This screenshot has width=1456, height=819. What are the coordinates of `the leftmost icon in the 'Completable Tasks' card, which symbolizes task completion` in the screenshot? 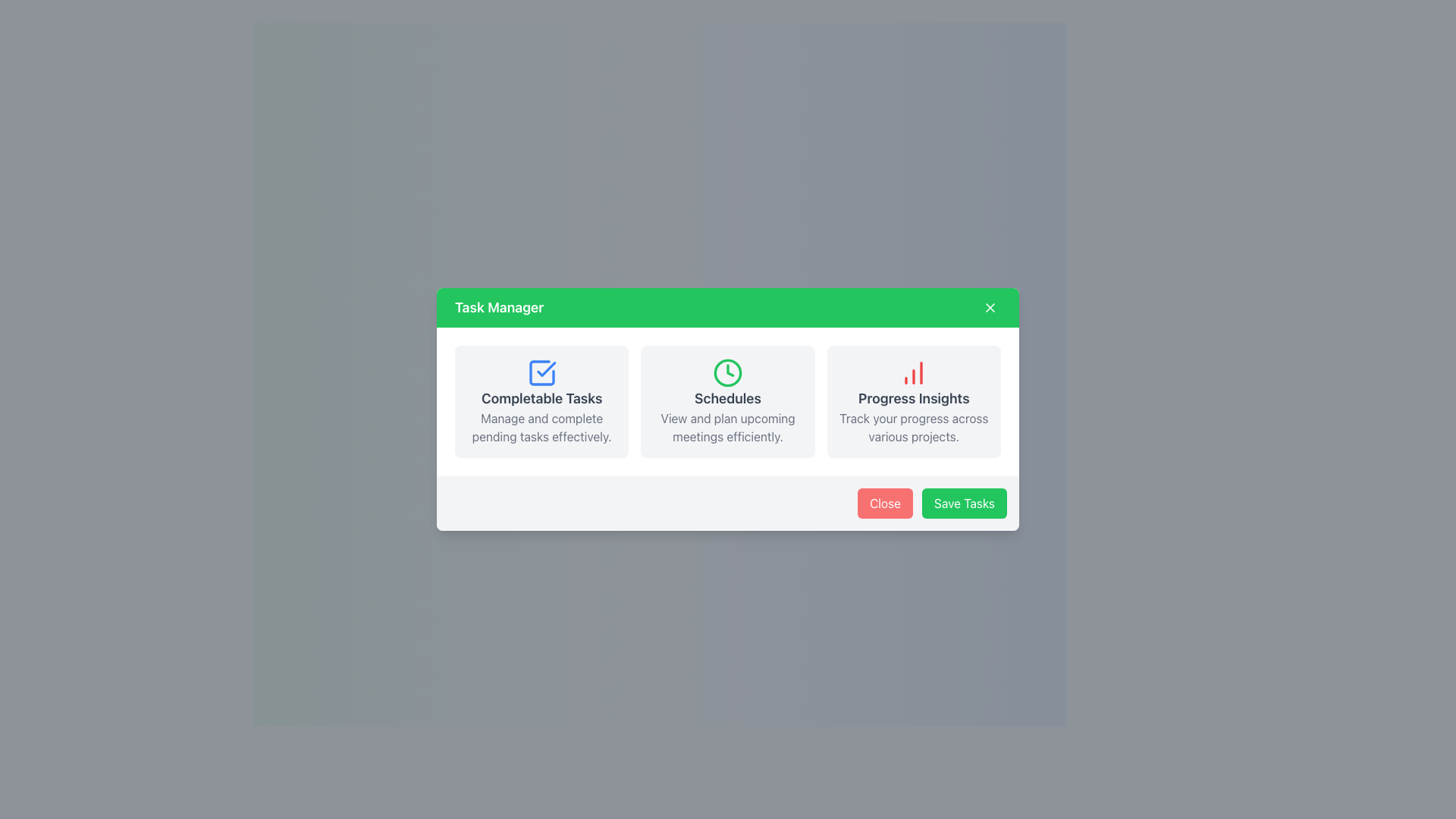 It's located at (541, 373).